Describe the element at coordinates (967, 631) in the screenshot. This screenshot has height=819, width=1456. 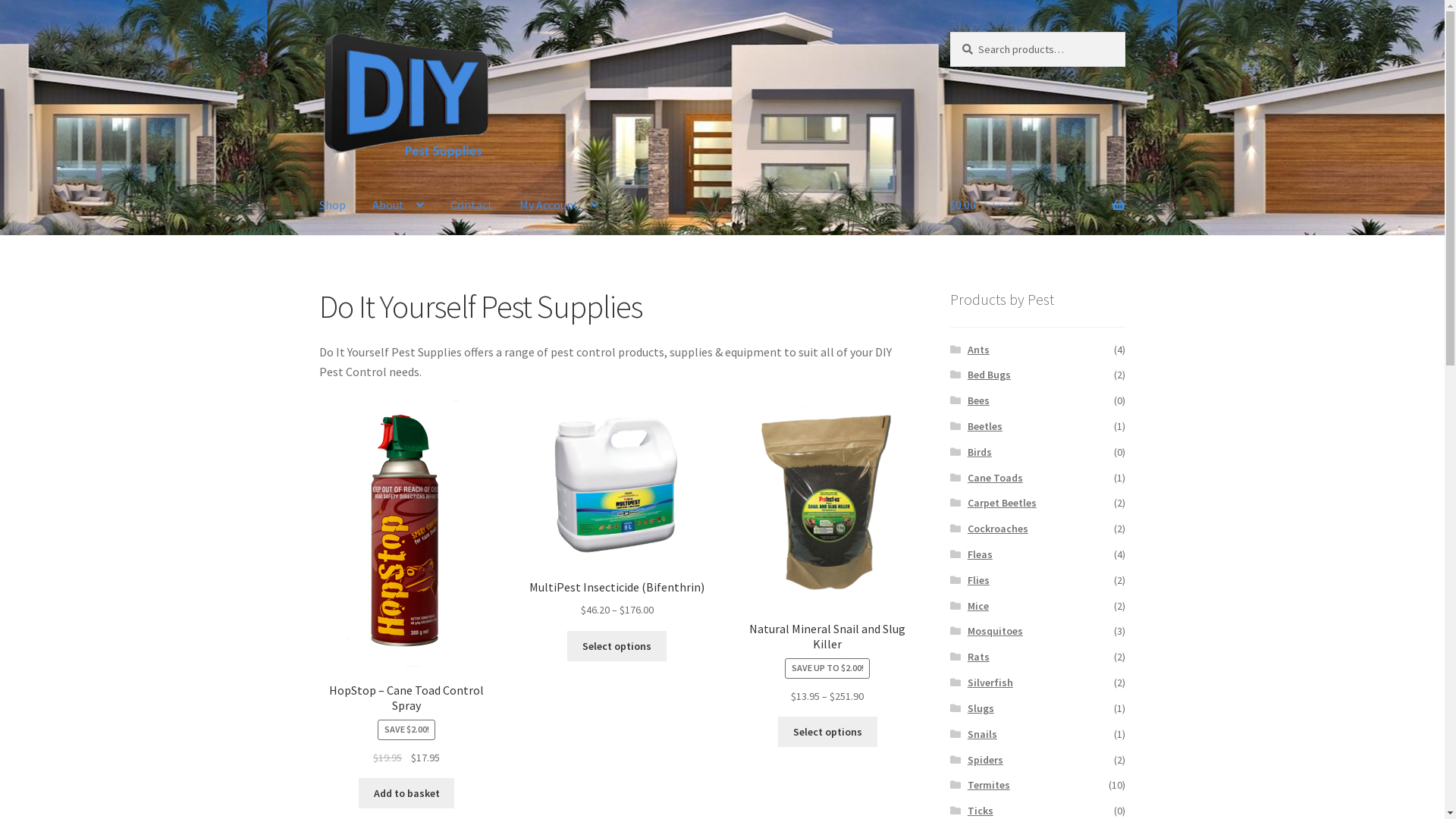
I see `'Mosquitoes'` at that location.